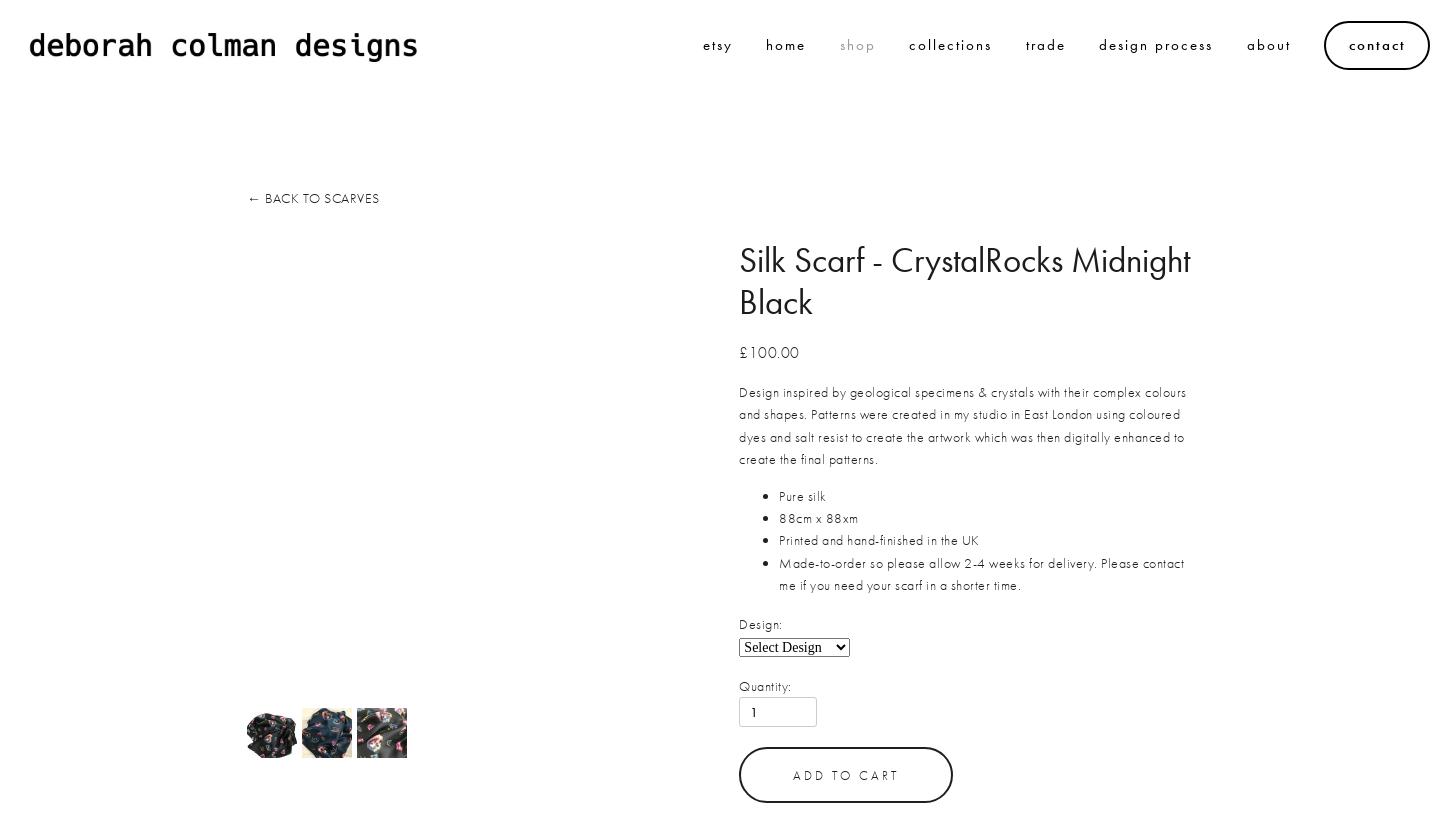 This screenshot has width=1450, height=820. What do you see at coordinates (802, 495) in the screenshot?
I see `'Pure silk'` at bounding box center [802, 495].